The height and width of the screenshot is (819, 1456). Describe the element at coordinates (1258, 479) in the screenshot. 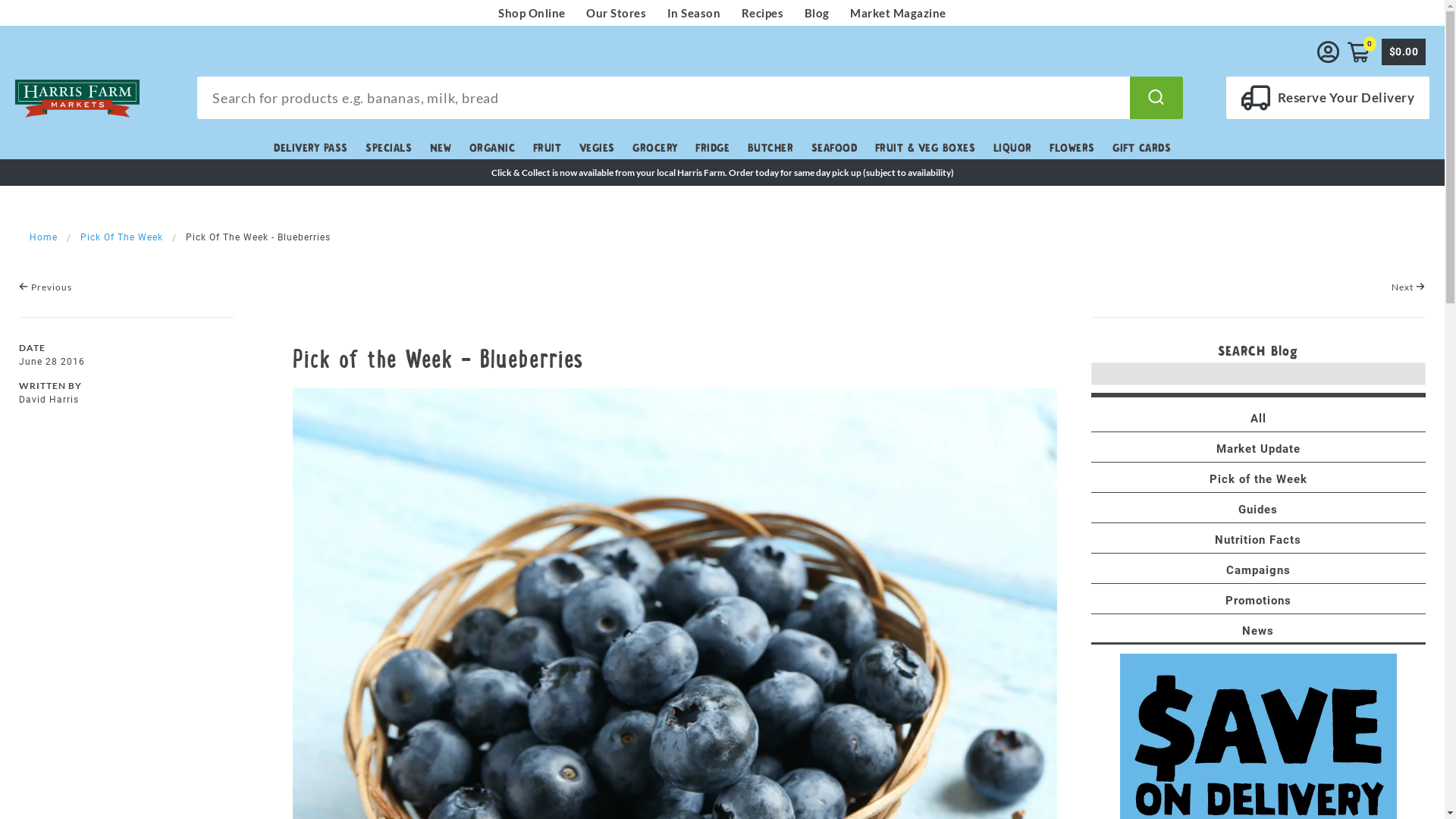

I see `'Pick of the Week'` at that location.